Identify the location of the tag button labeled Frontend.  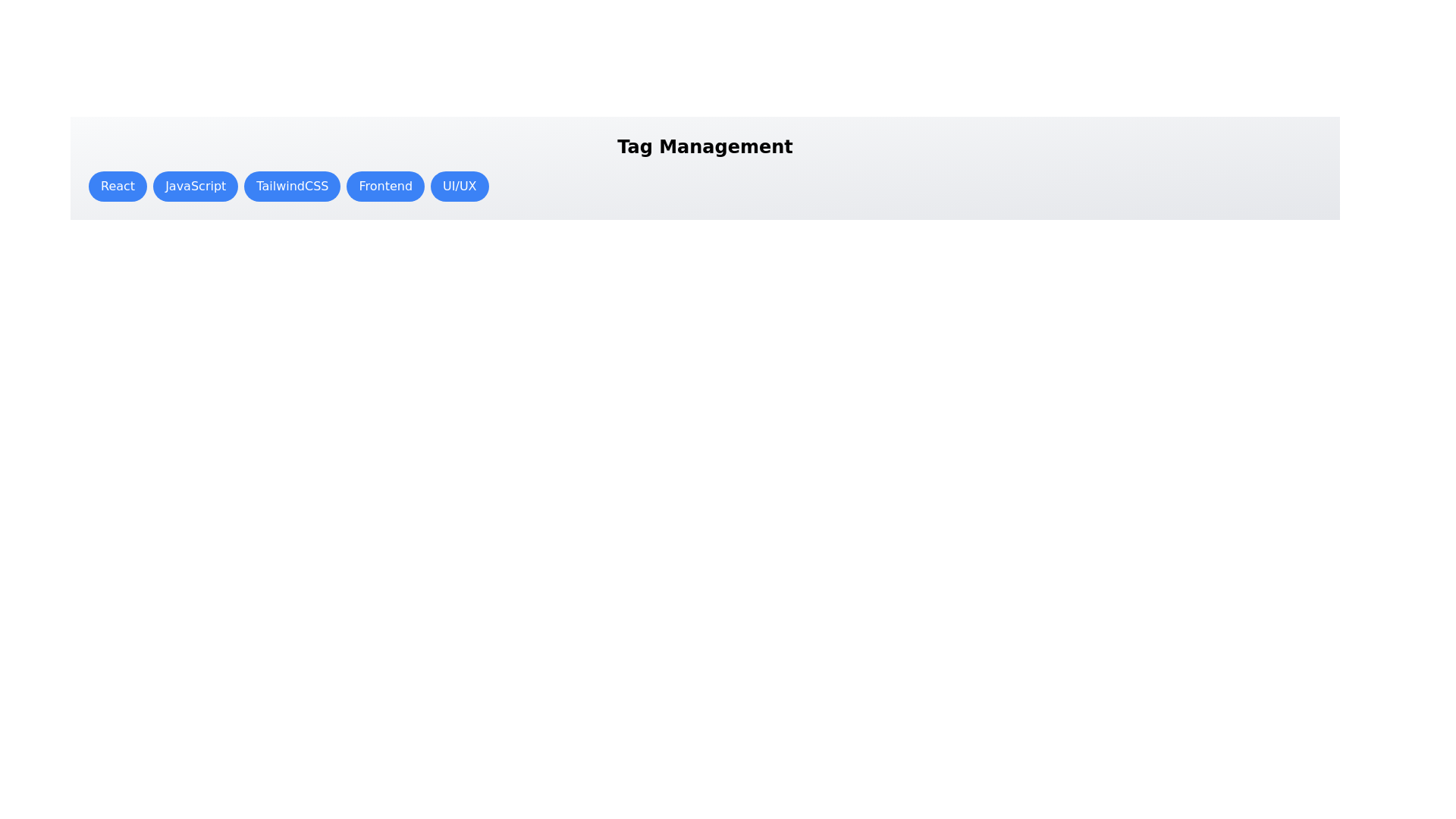
(385, 186).